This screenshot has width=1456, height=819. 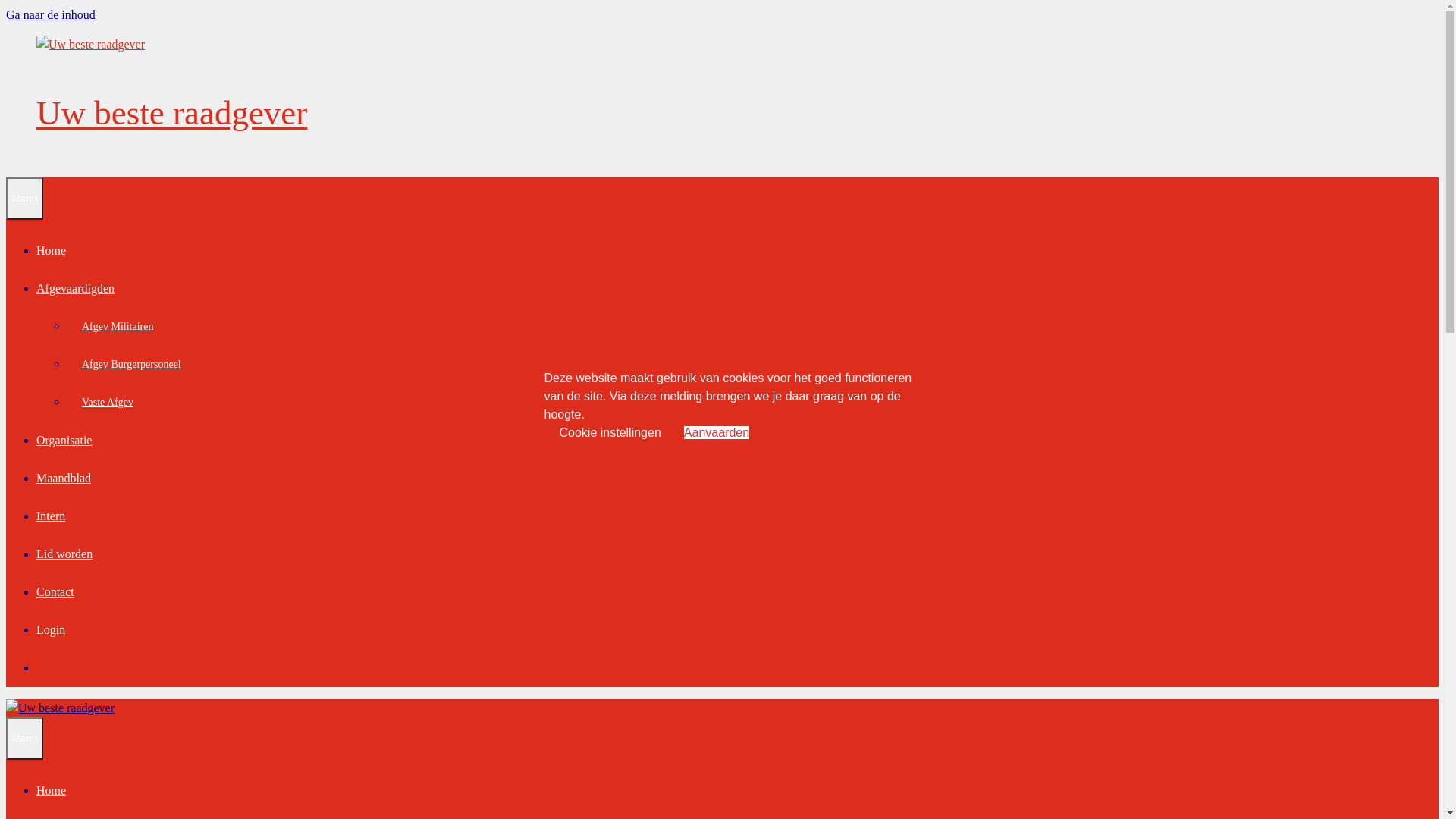 What do you see at coordinates (107, 400) in the screenshot?
I see `'Vaste Afgev'` at bounding box center [107, 400].